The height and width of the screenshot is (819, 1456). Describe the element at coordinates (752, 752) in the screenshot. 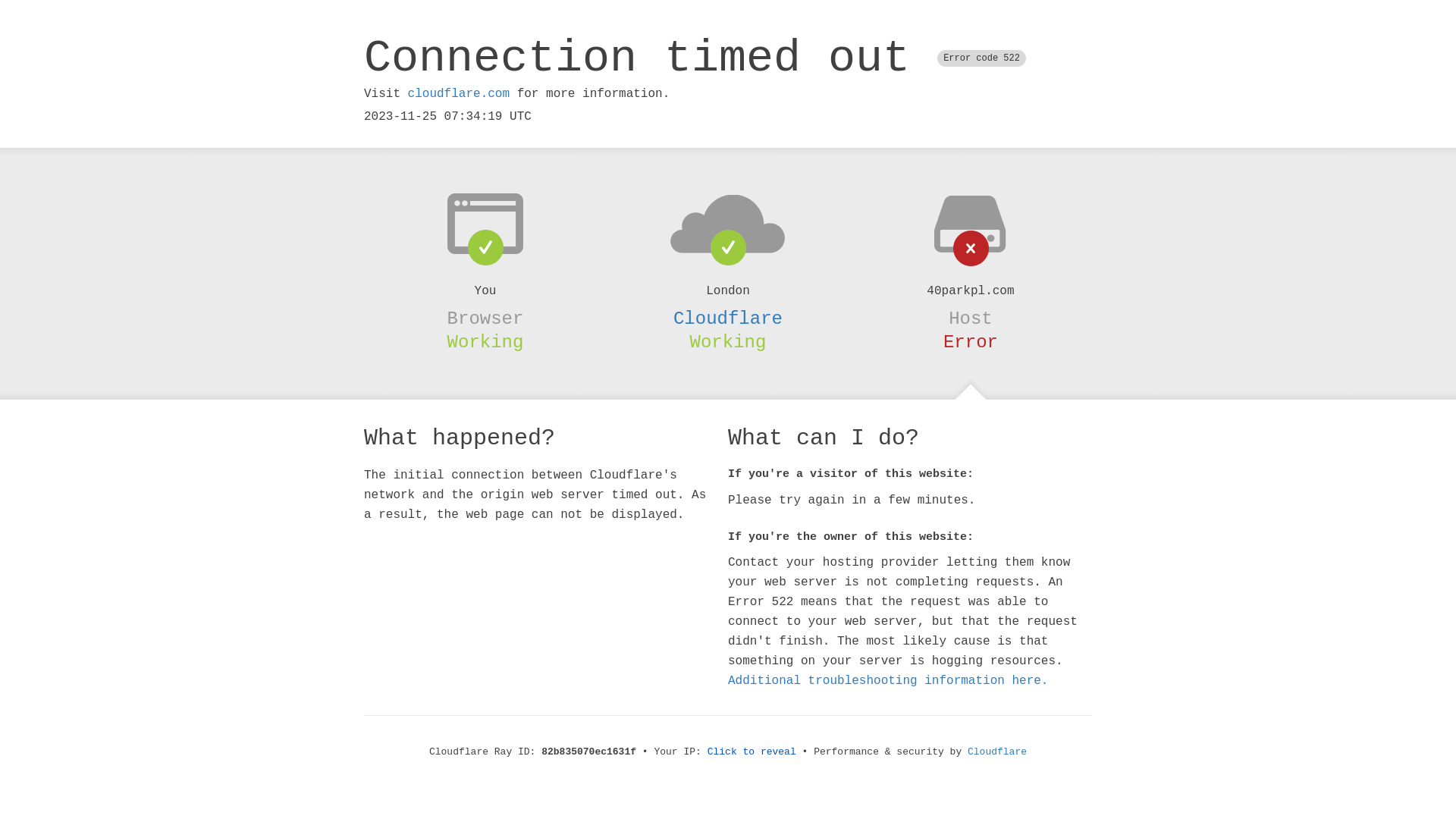

I see `'Click to reveal'` at that location.